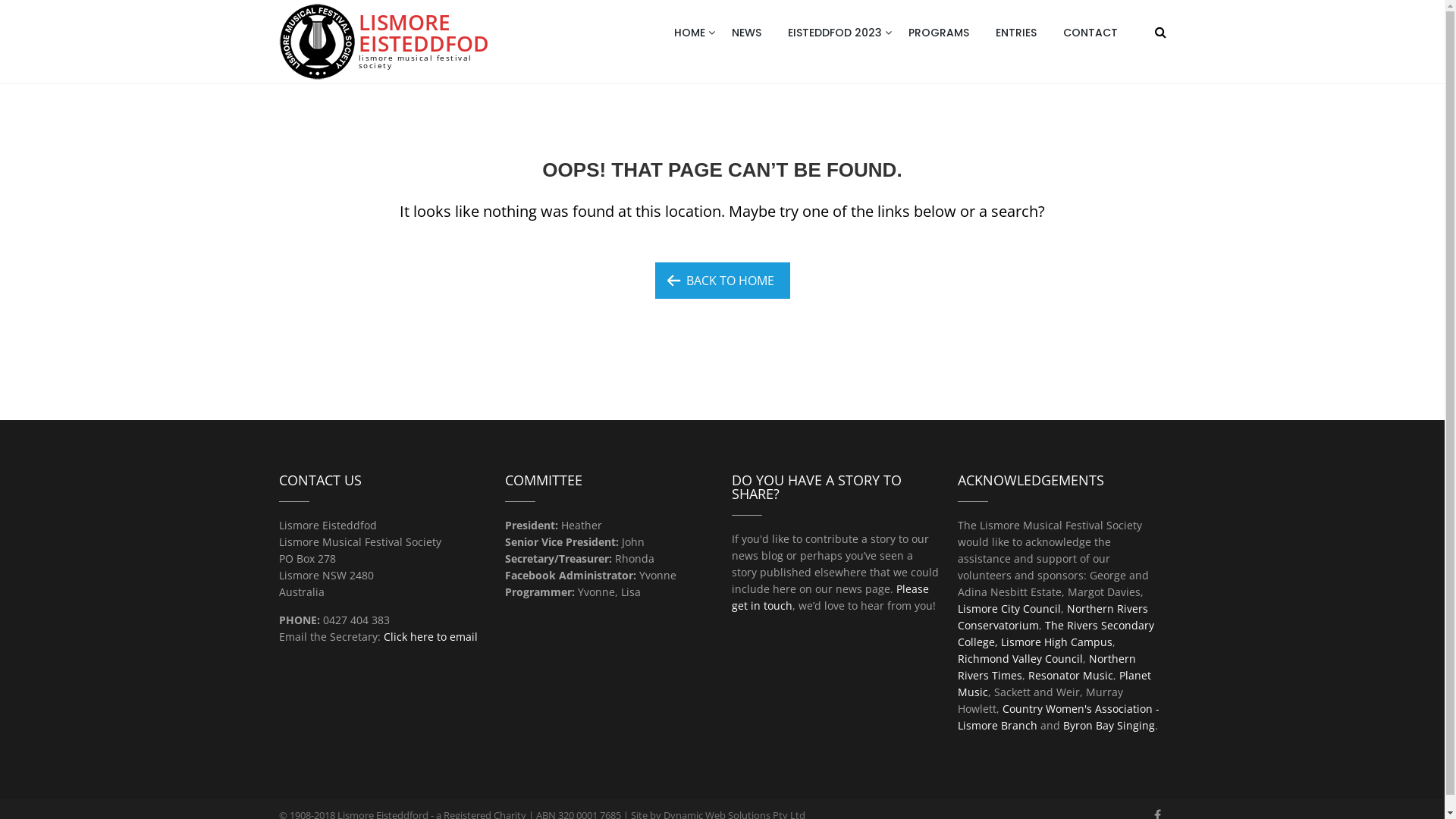 This screenshot has width=1456, height=819. What do you see at coordinates (429, 636) in the screenshot?
I see `'Click here to email'` at bounding box center [429, 636].